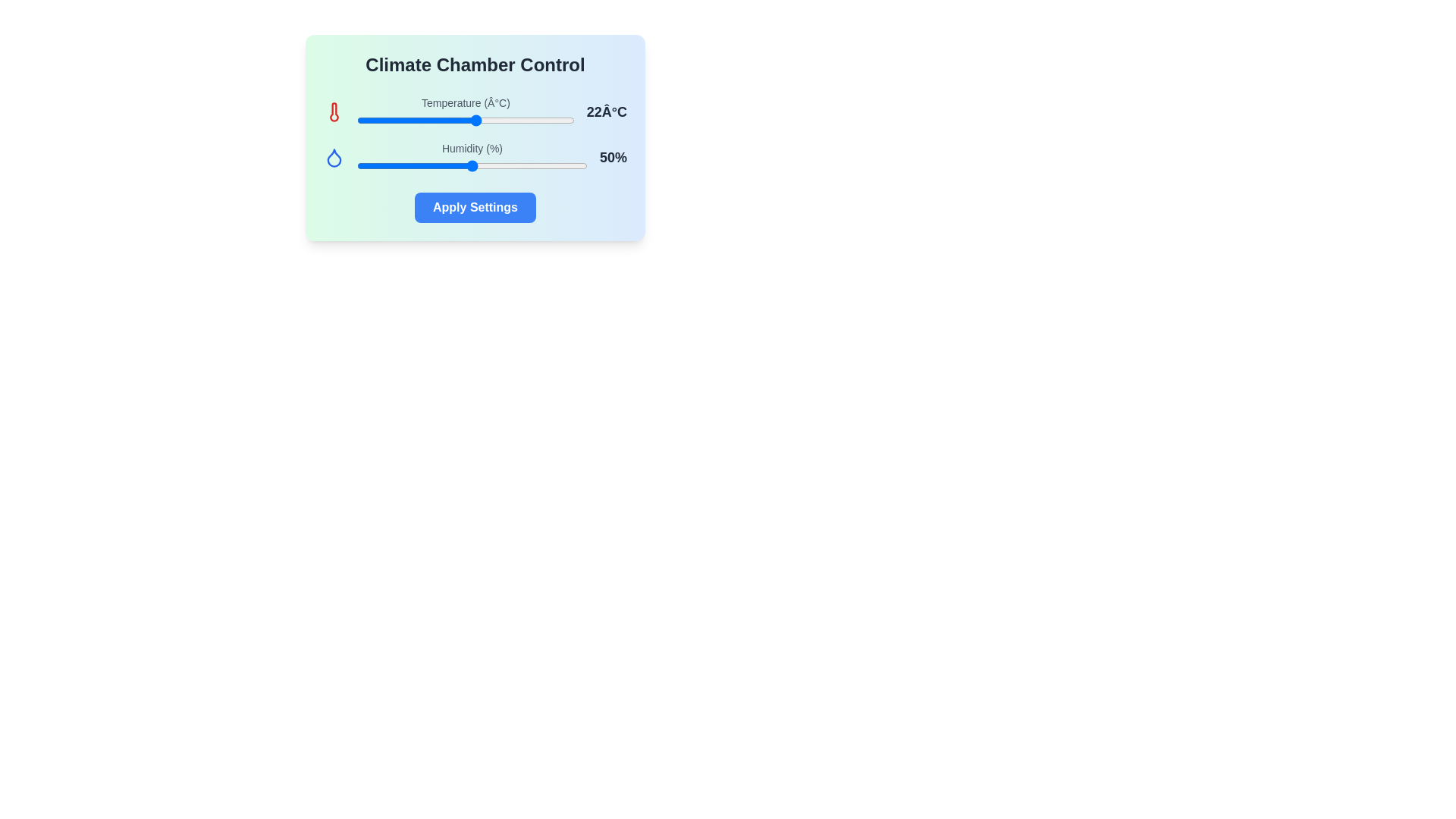 This screenshot has width=1456, height=819. What do you see at coordinates (411, 119) in the screenshot?
I see `the temperature slider to 10 degrees Celsius` at bounding box center [411, 119].